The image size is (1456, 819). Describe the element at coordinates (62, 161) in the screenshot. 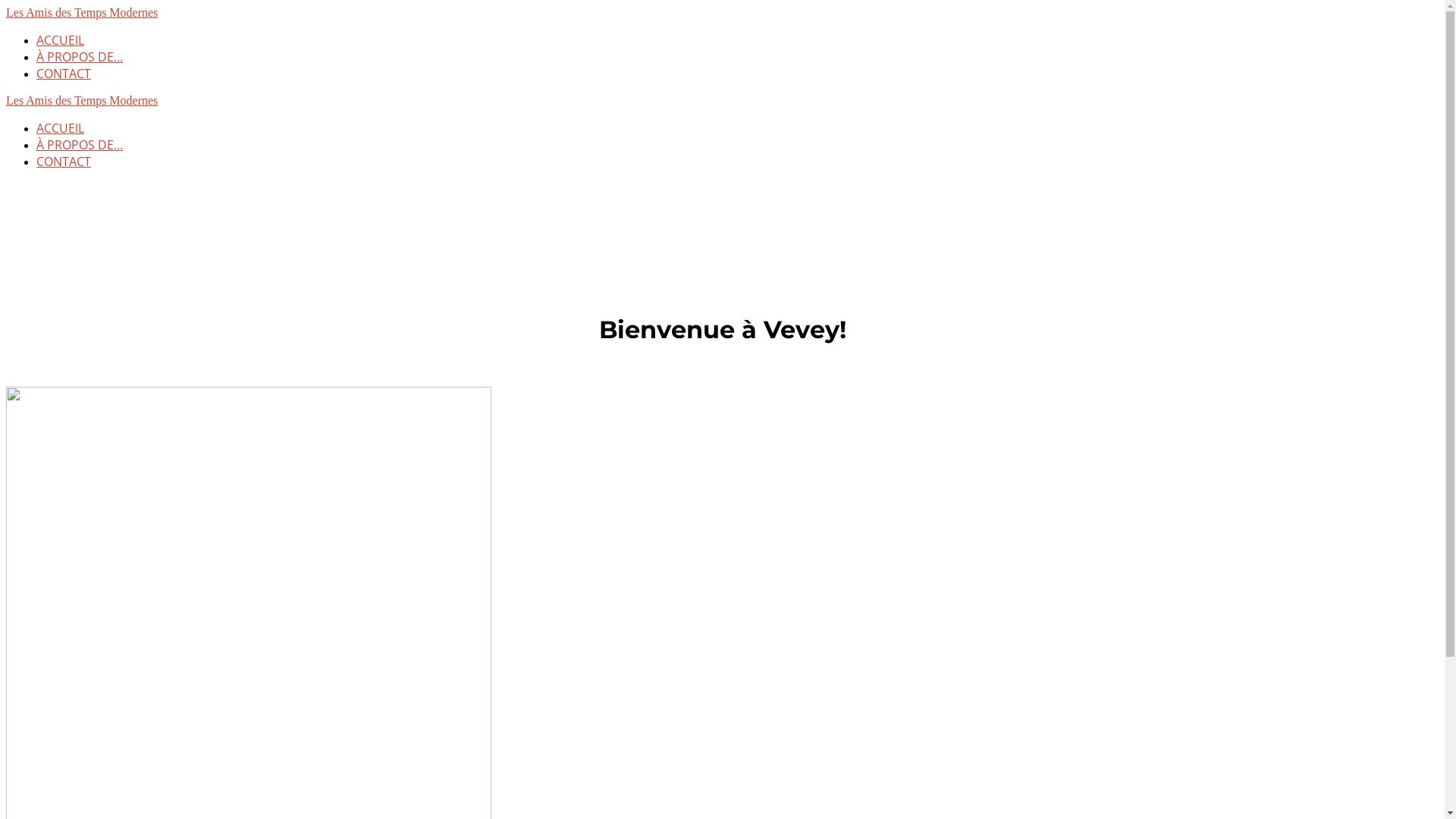

I see `'CONTACT'` at that location.